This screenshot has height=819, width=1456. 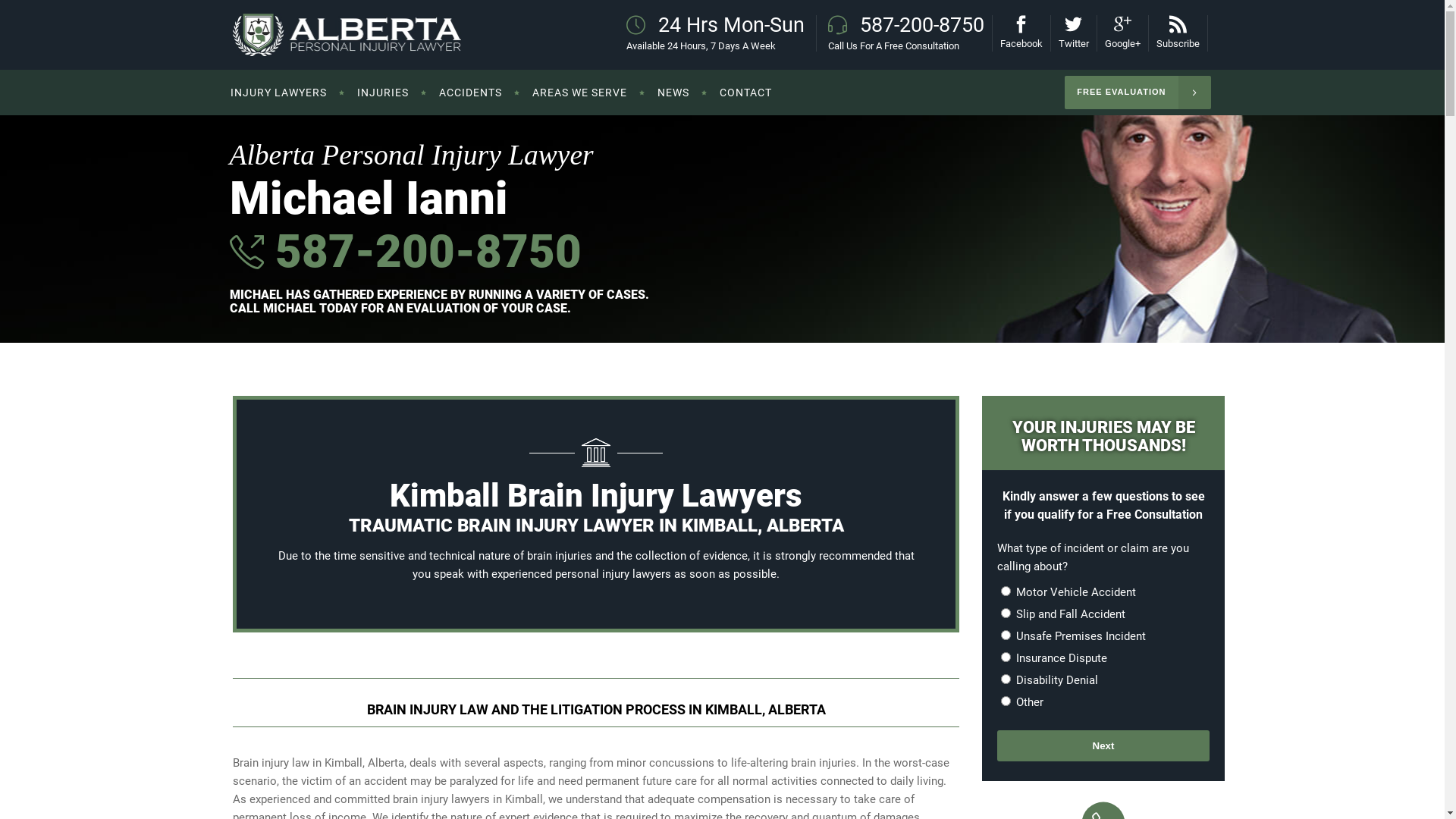 I want to click on 'FREE EVALUATION', so click(x=1137, y=93).